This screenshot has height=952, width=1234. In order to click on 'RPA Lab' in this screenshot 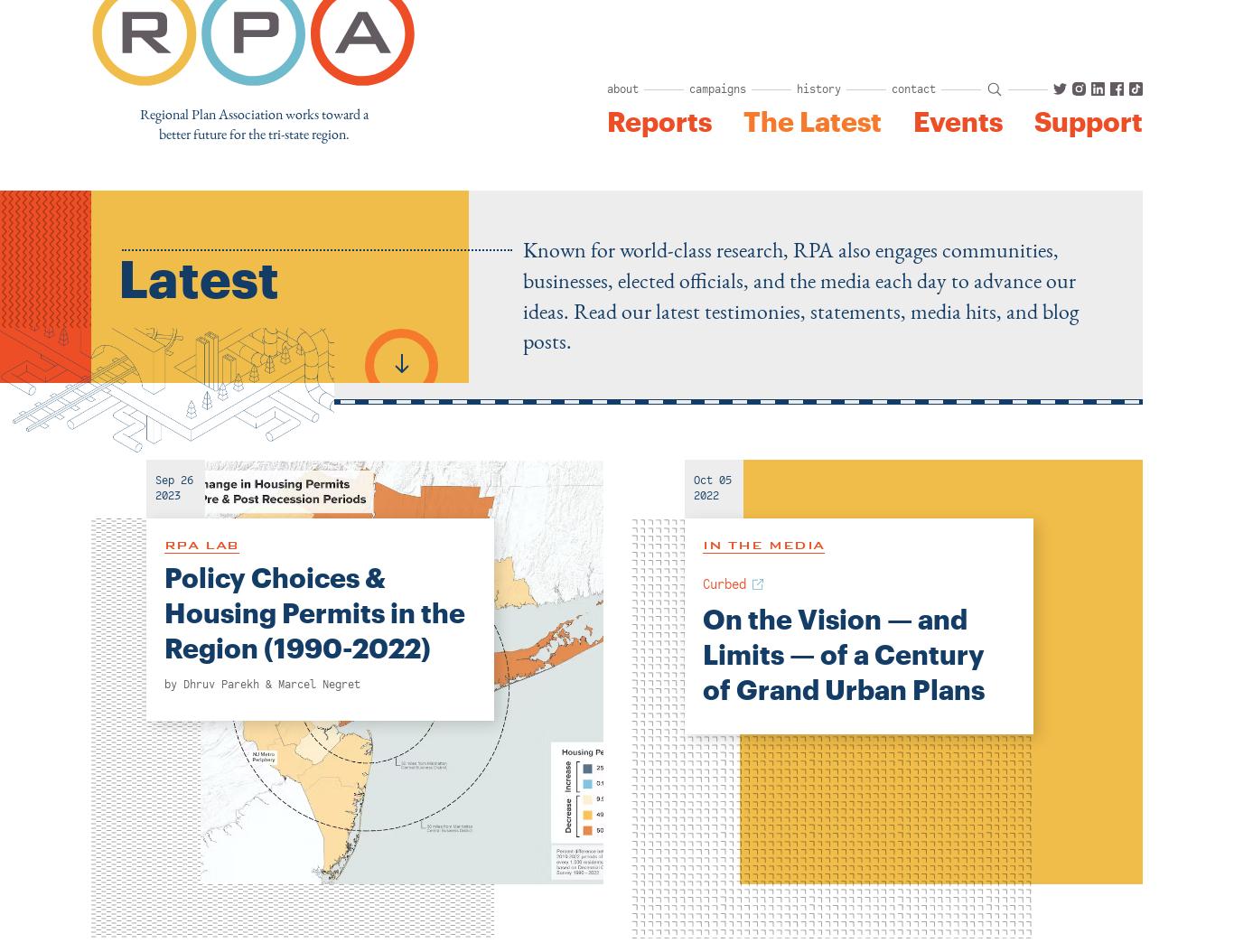, I will do `click(201, 543)`.